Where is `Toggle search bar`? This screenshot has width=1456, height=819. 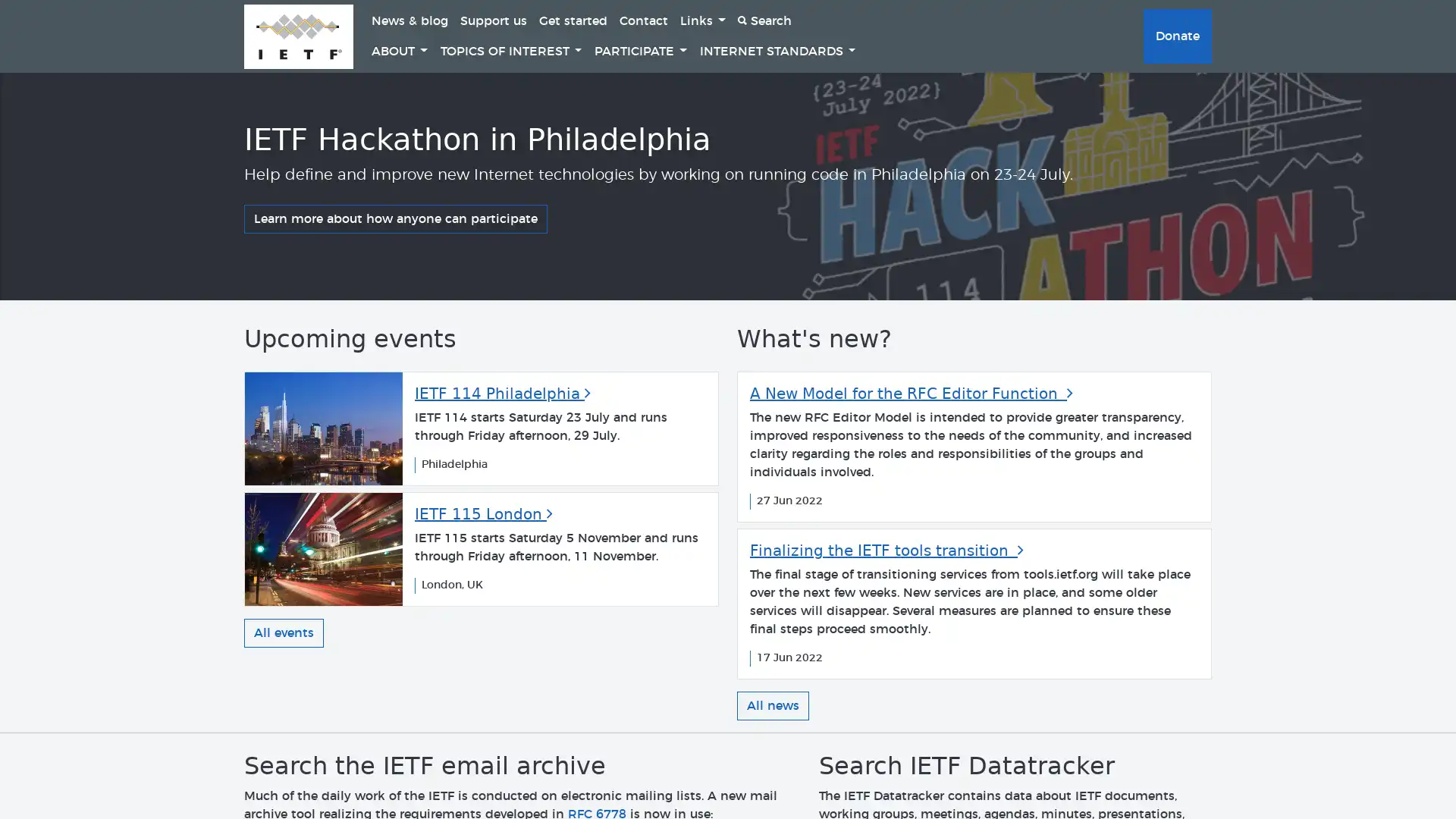 Toggle search bar is located at coordinates (764, 20).